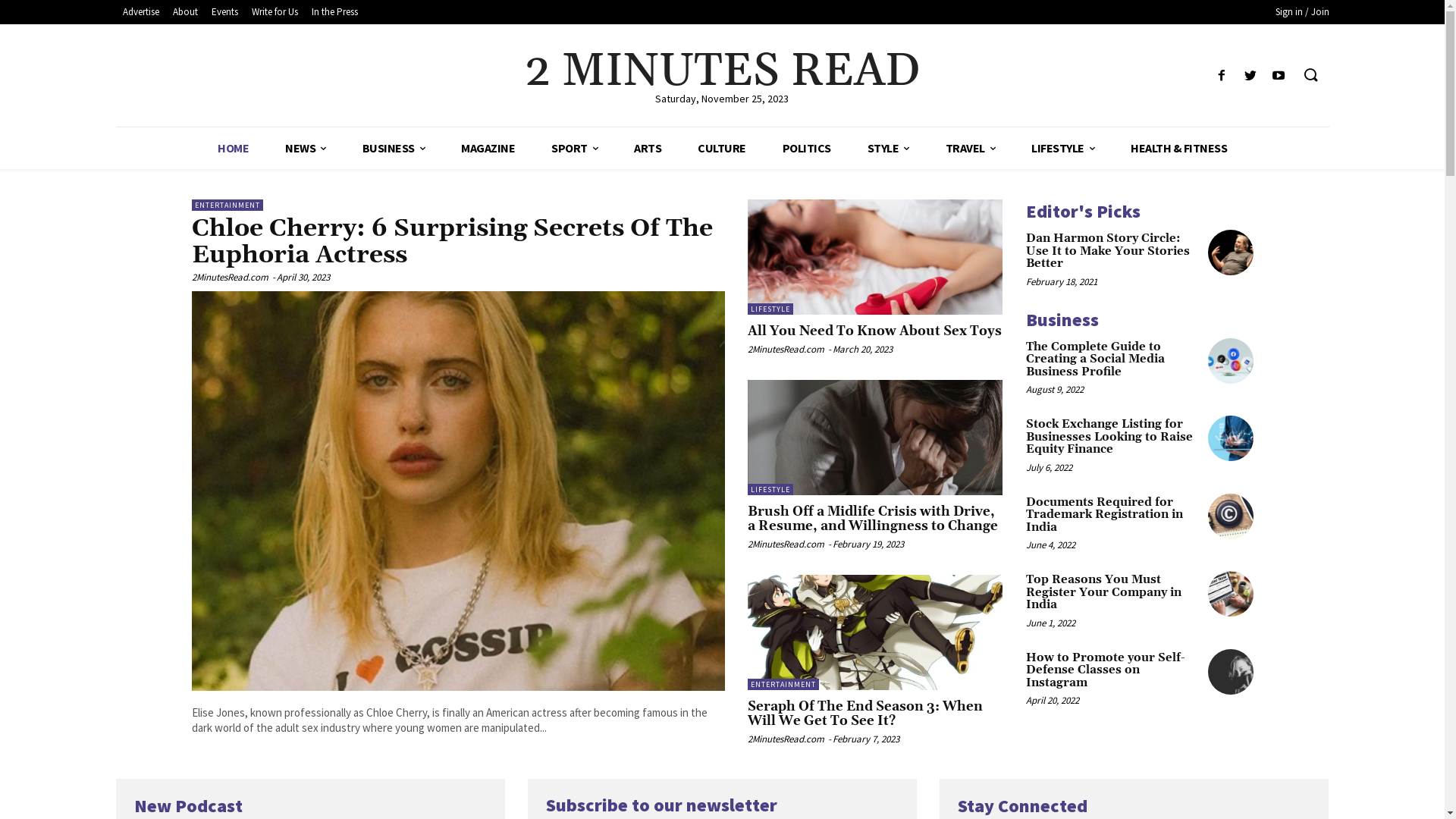 The height and width of the screenshot is (819, 1456). What do you see at coordinates (1106, 250) in the screenshot?
I see `'Dan Harmon Story Circle: Use It to Make Your Stories Better'` at bounding box center [1106, 250].